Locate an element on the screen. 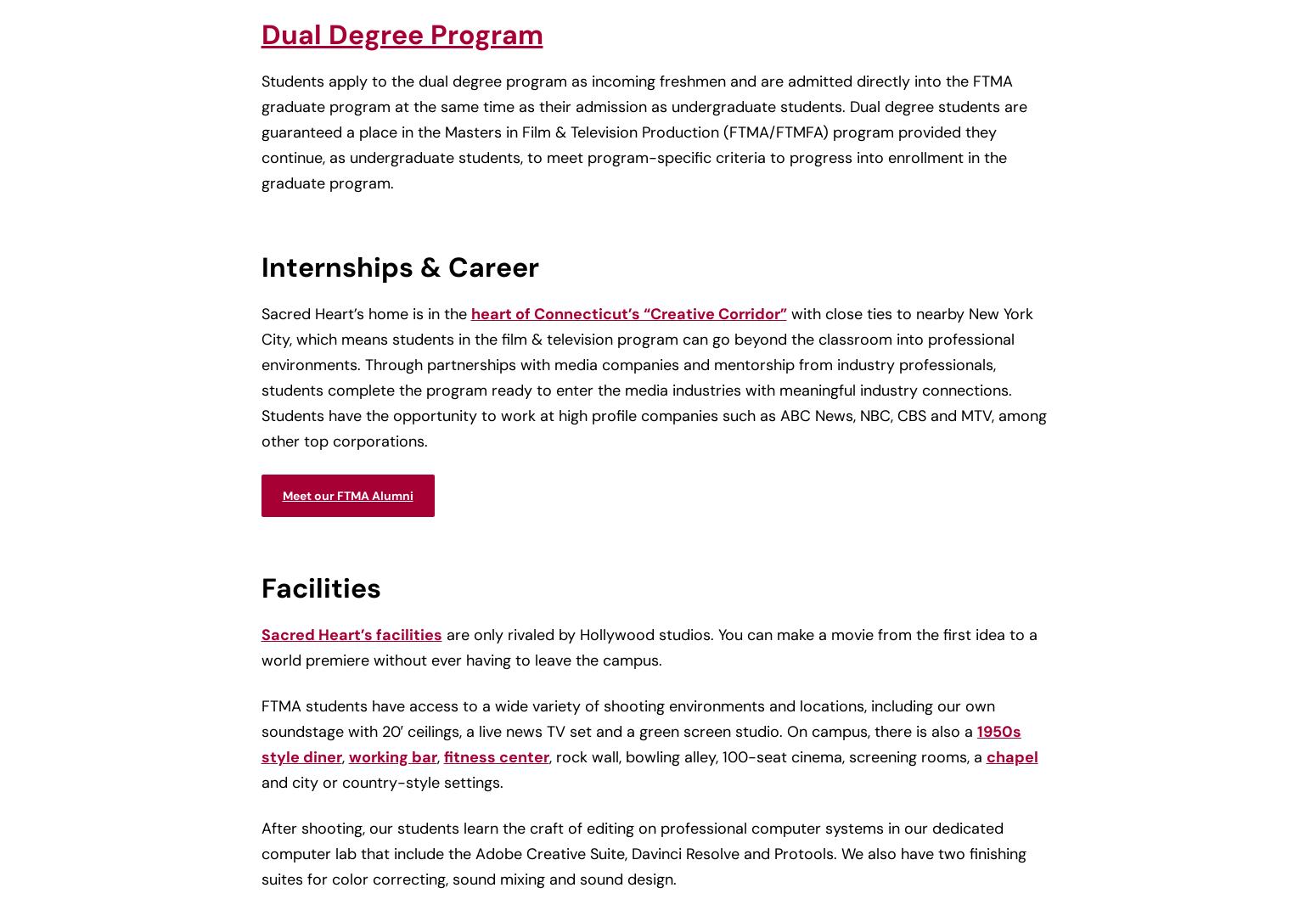 The height and width of the screenshot is (916, 1316). ', rock wall, bowling alley, 100-seat cinema, screening rooms, a' is located at coordinates (548, 756).